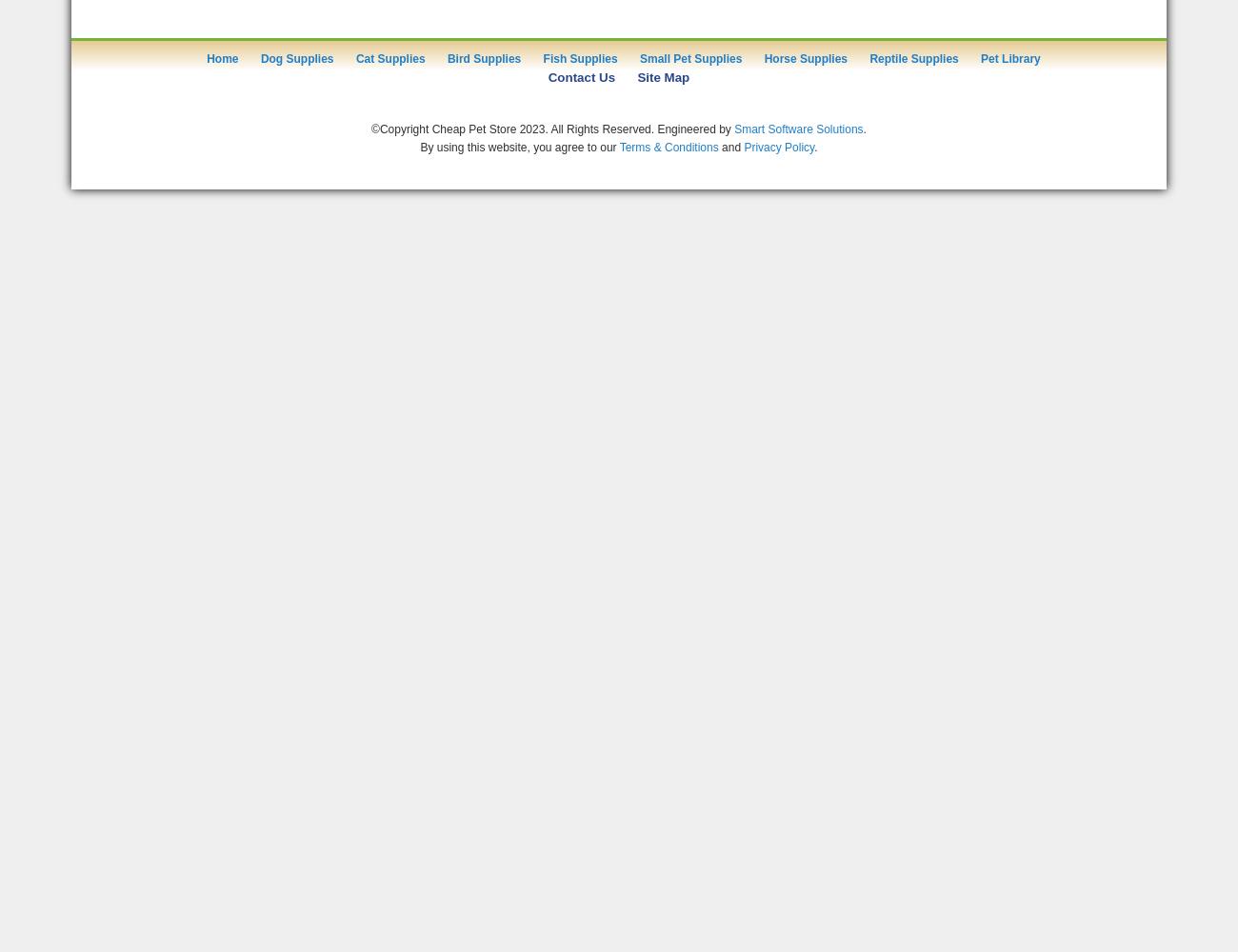  I want to click on 'Home', so click(221, 59).